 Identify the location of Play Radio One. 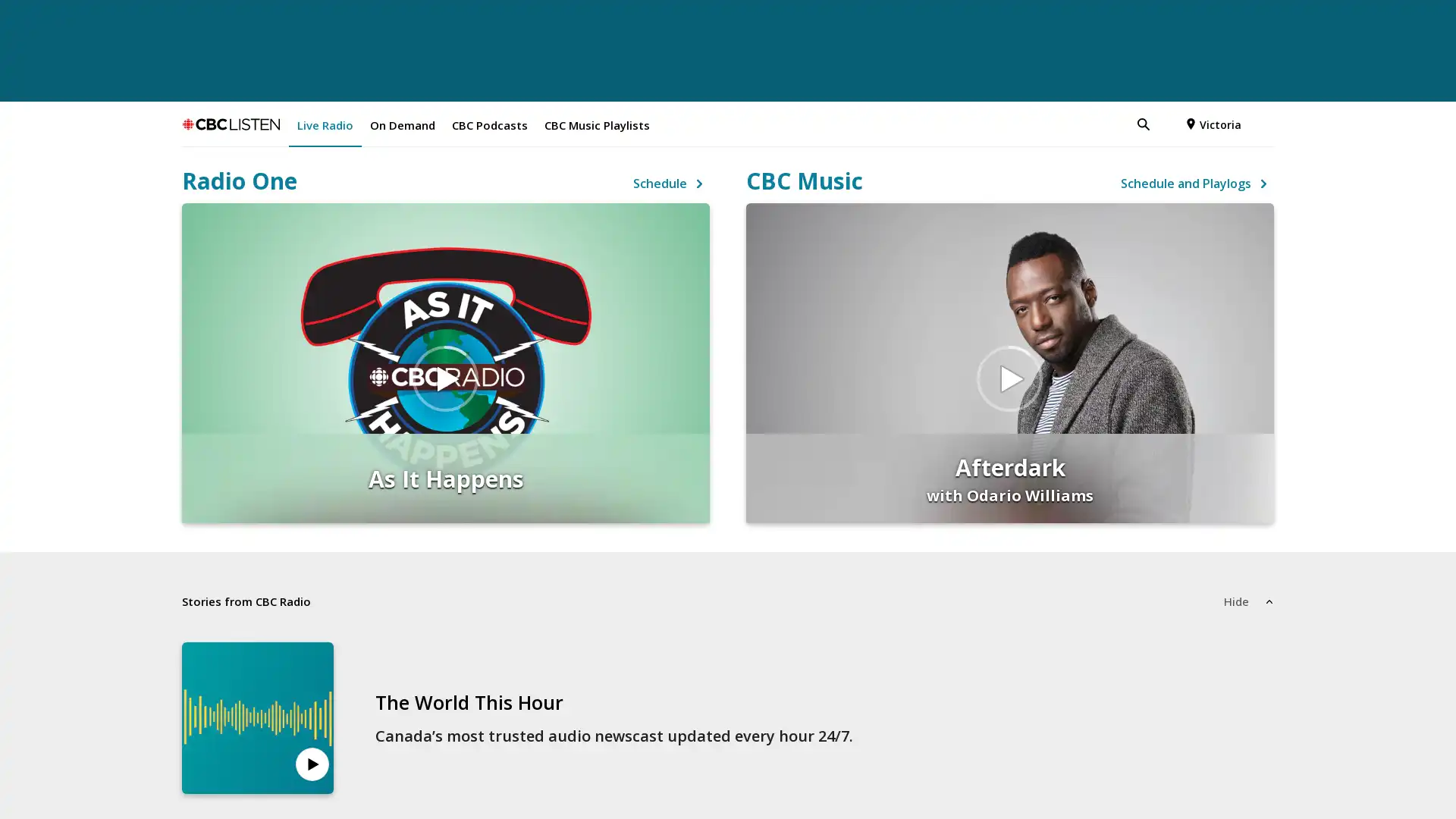
(445, 309).